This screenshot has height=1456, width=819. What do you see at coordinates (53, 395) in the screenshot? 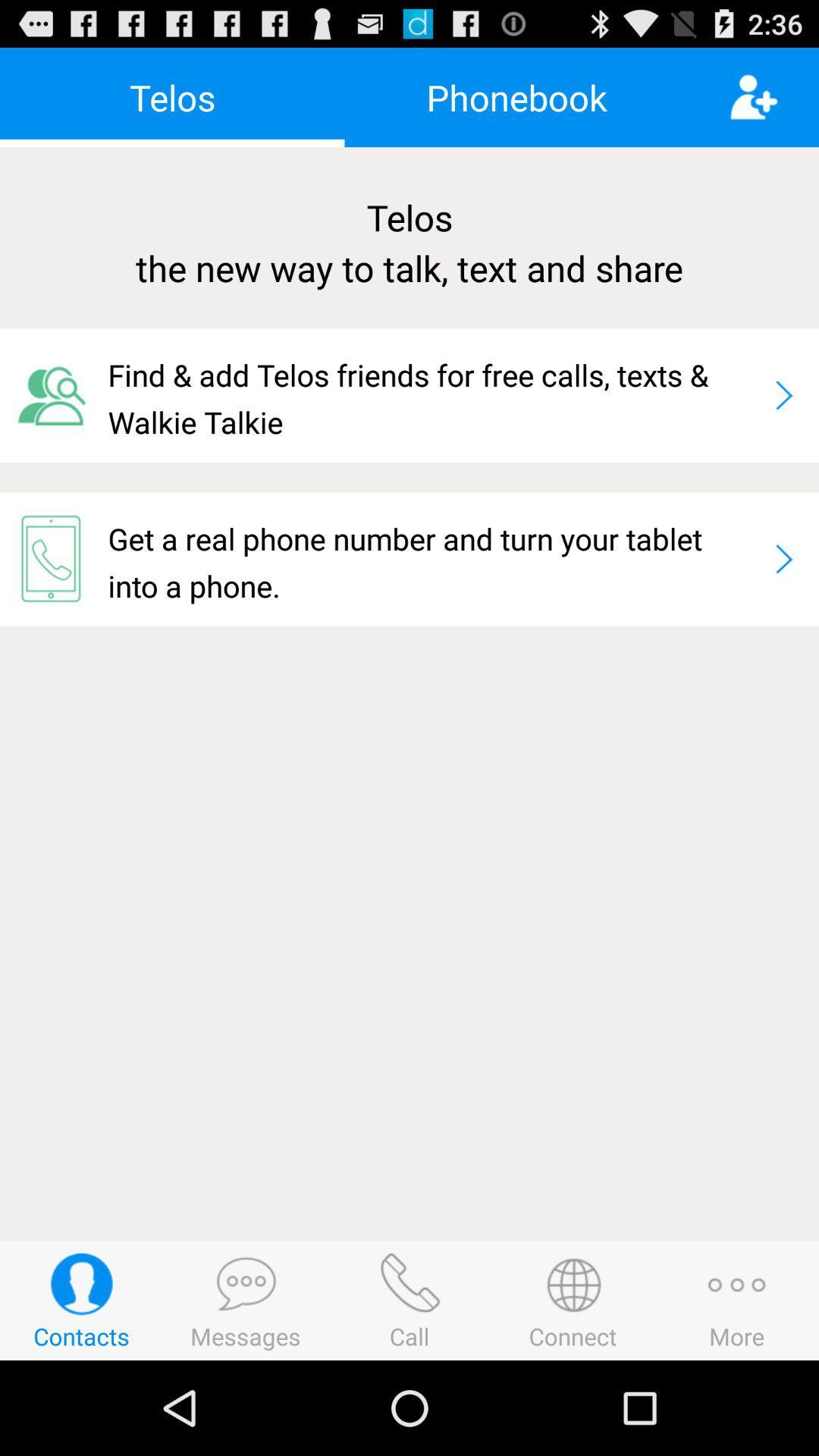
I see `app to the left of the find add telos icon` at bounding box center [53, 395].